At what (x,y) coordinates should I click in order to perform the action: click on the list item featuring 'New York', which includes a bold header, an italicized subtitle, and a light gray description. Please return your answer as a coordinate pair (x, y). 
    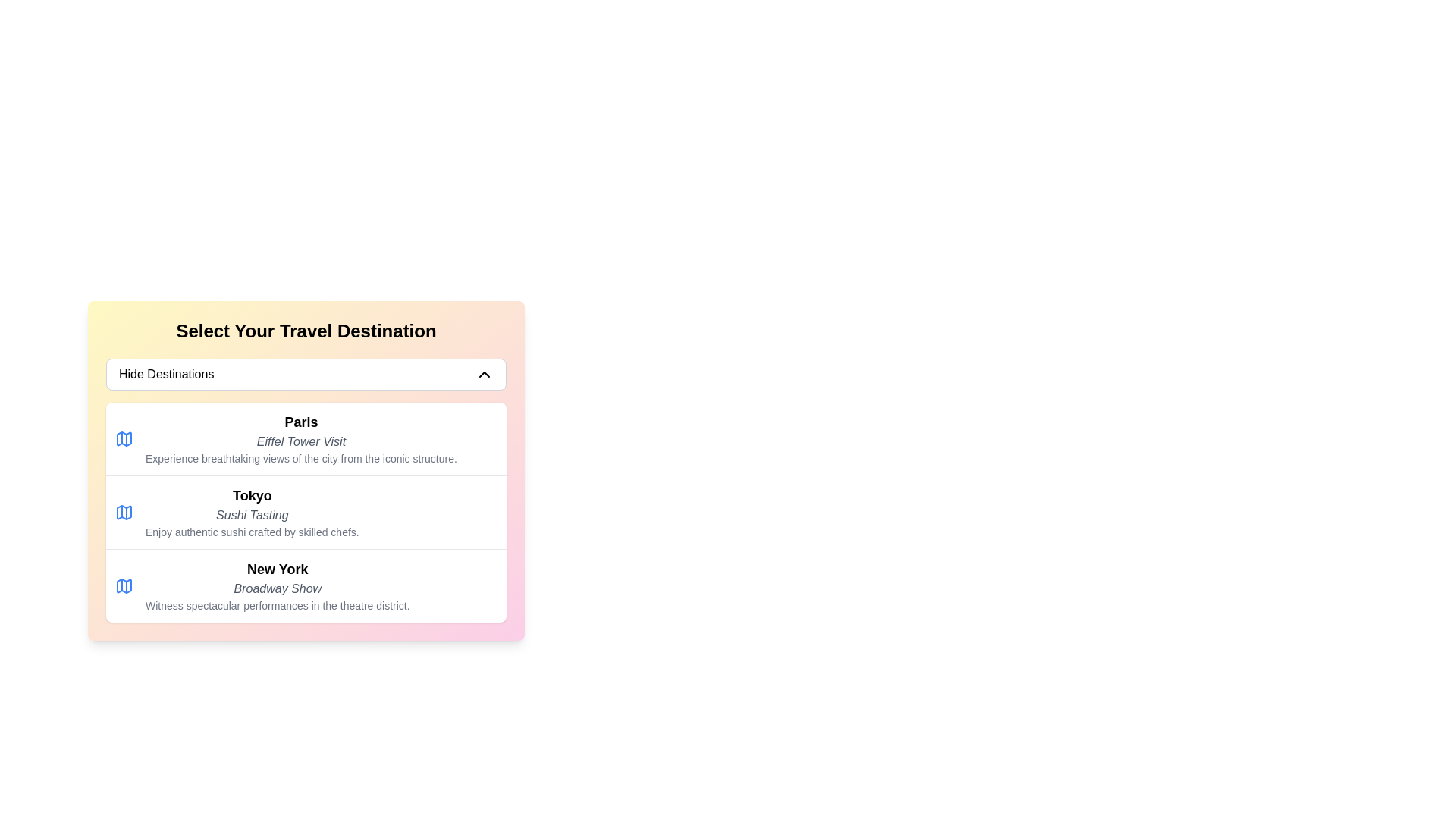
    Looking at the image, I should click on (278, 585).